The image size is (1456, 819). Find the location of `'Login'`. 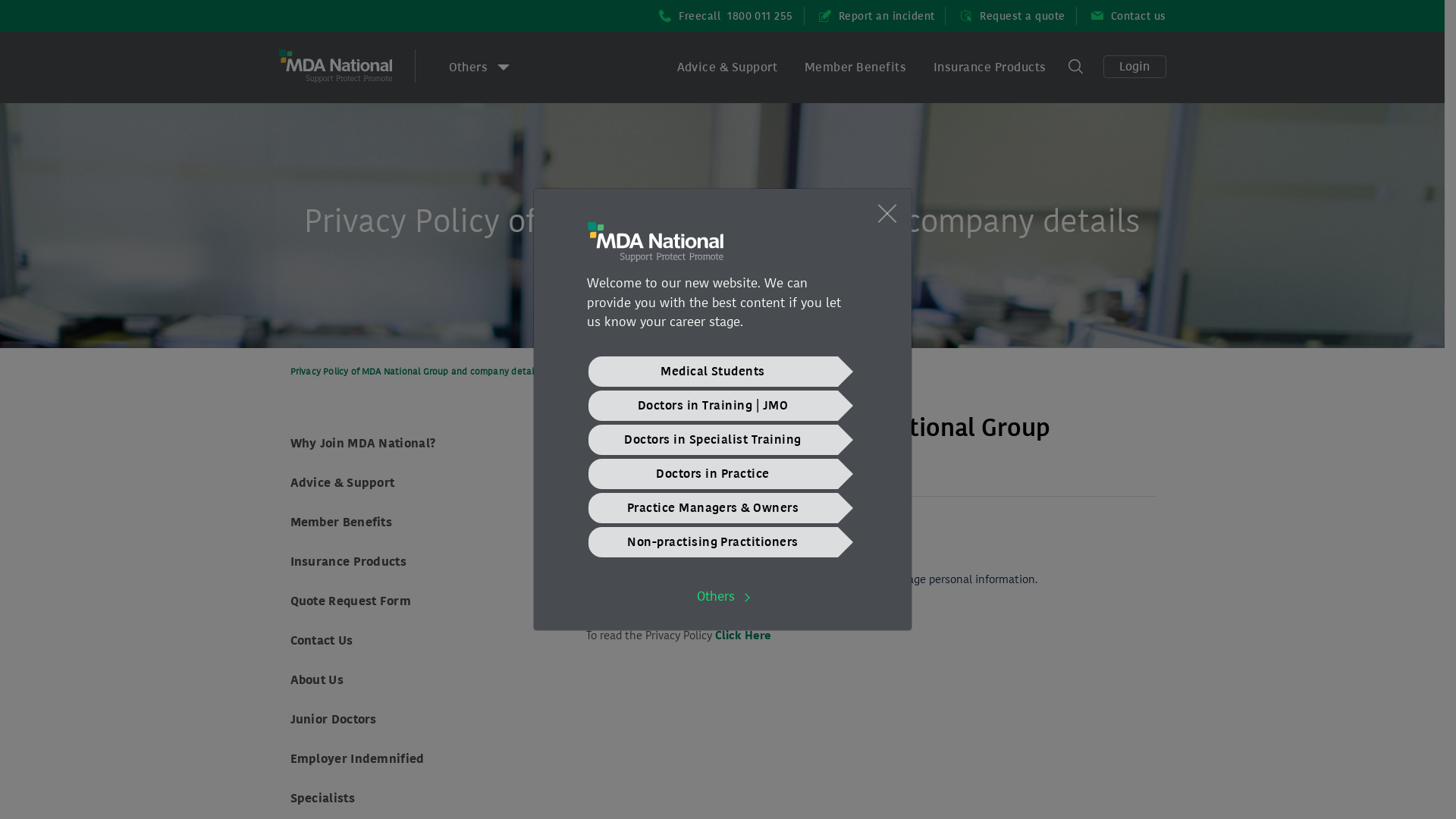

'Login' is located at coordinates (1134, 66).